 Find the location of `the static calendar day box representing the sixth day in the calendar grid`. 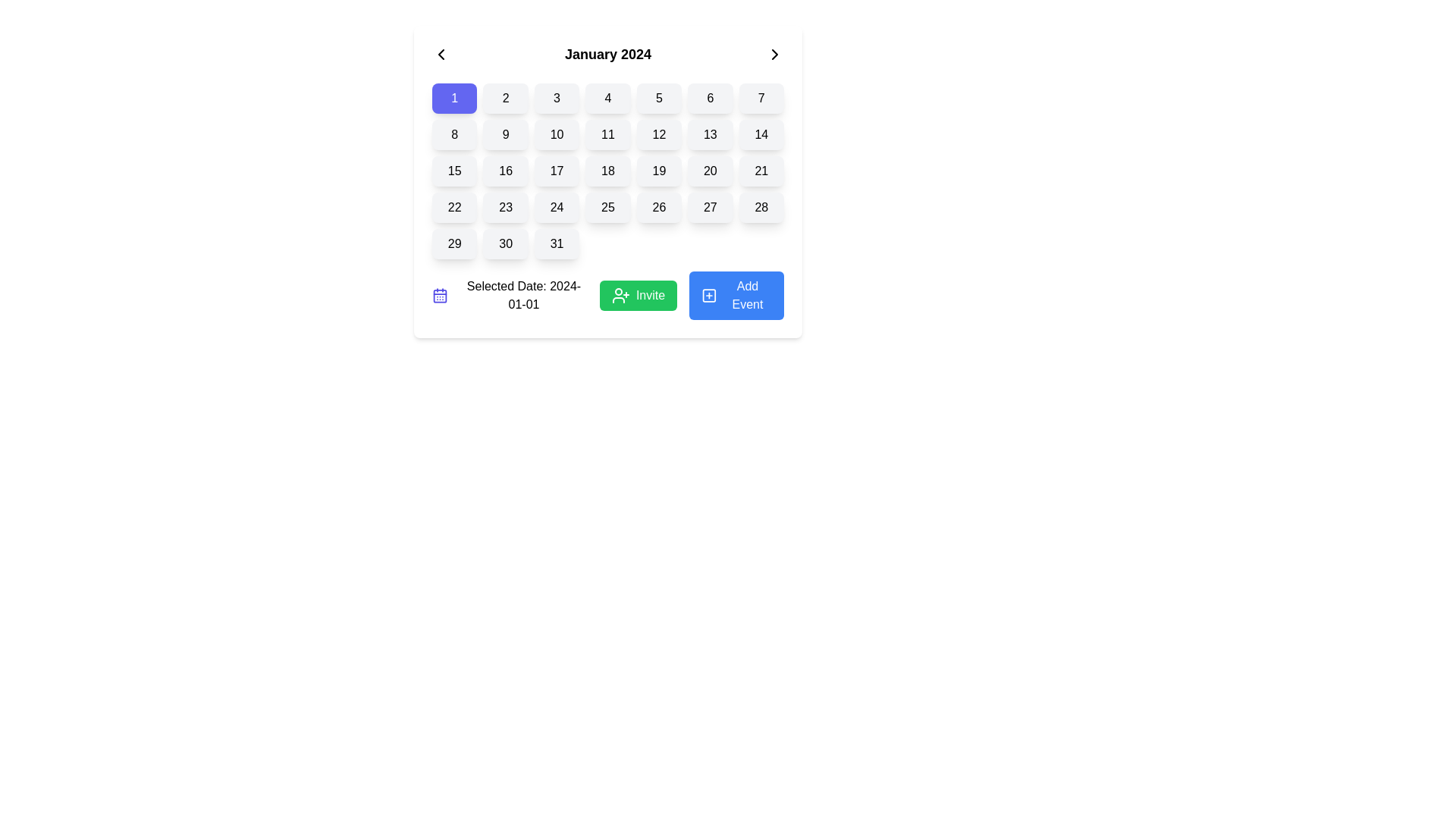

the static calendar day box representing the sixth day in the calendar grid is located at coordinates (709, 99).